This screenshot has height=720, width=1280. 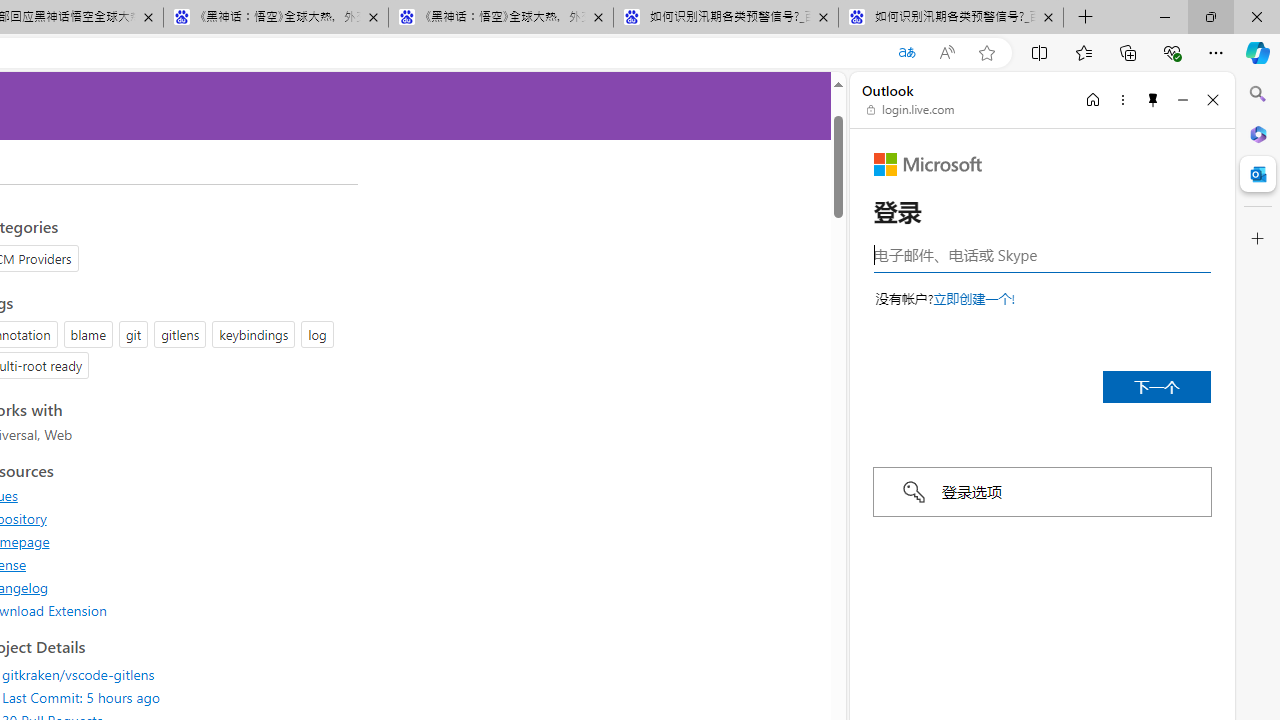 I want to click on 'Unpin side pane', so click(x=1153, y=99).